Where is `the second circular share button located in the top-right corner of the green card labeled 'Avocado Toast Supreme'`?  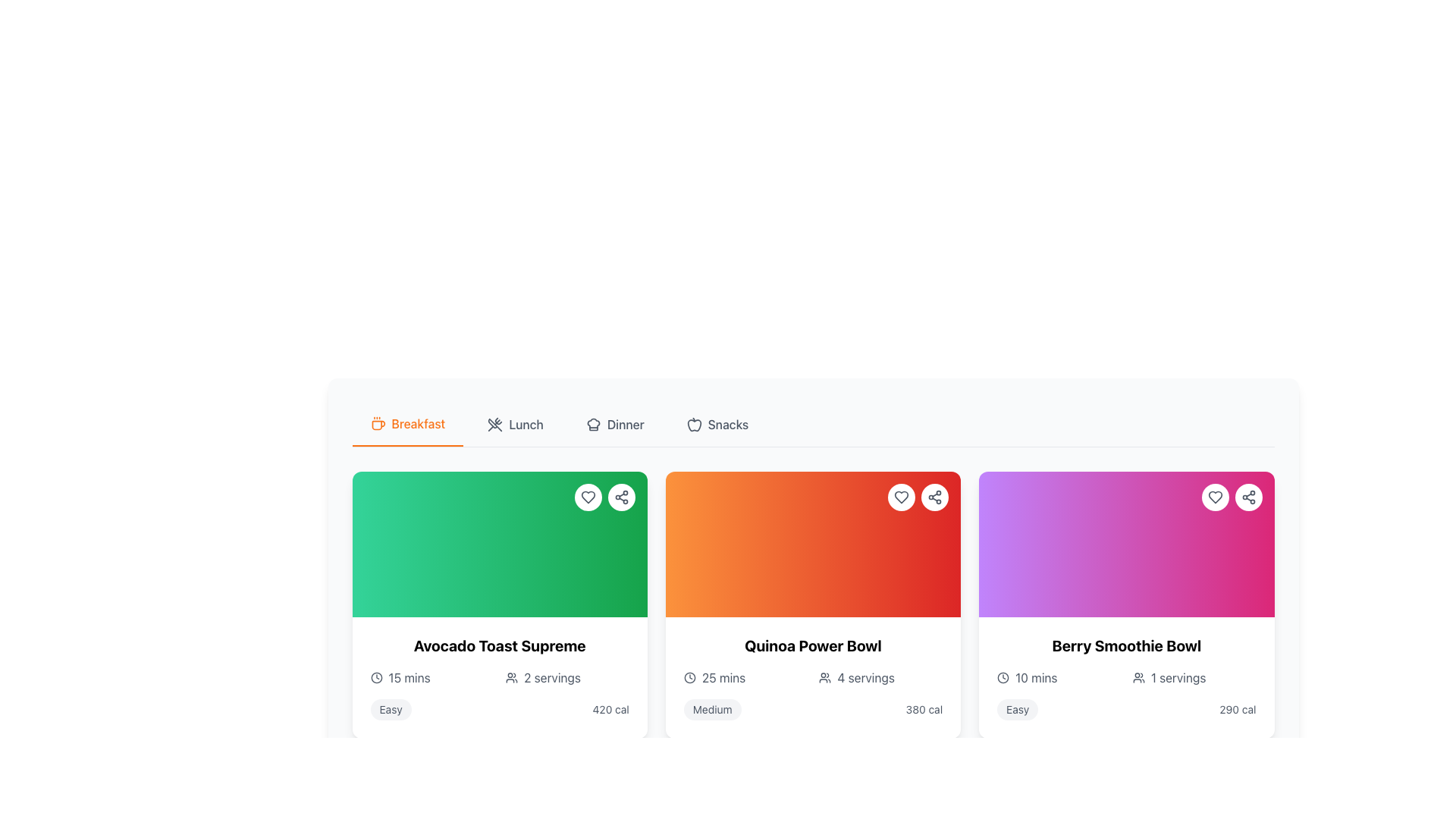 the second circular share button located in the top-right corner of the green card labeled 'Avocado Toast Supreme' is located at coordinates (621, 497).